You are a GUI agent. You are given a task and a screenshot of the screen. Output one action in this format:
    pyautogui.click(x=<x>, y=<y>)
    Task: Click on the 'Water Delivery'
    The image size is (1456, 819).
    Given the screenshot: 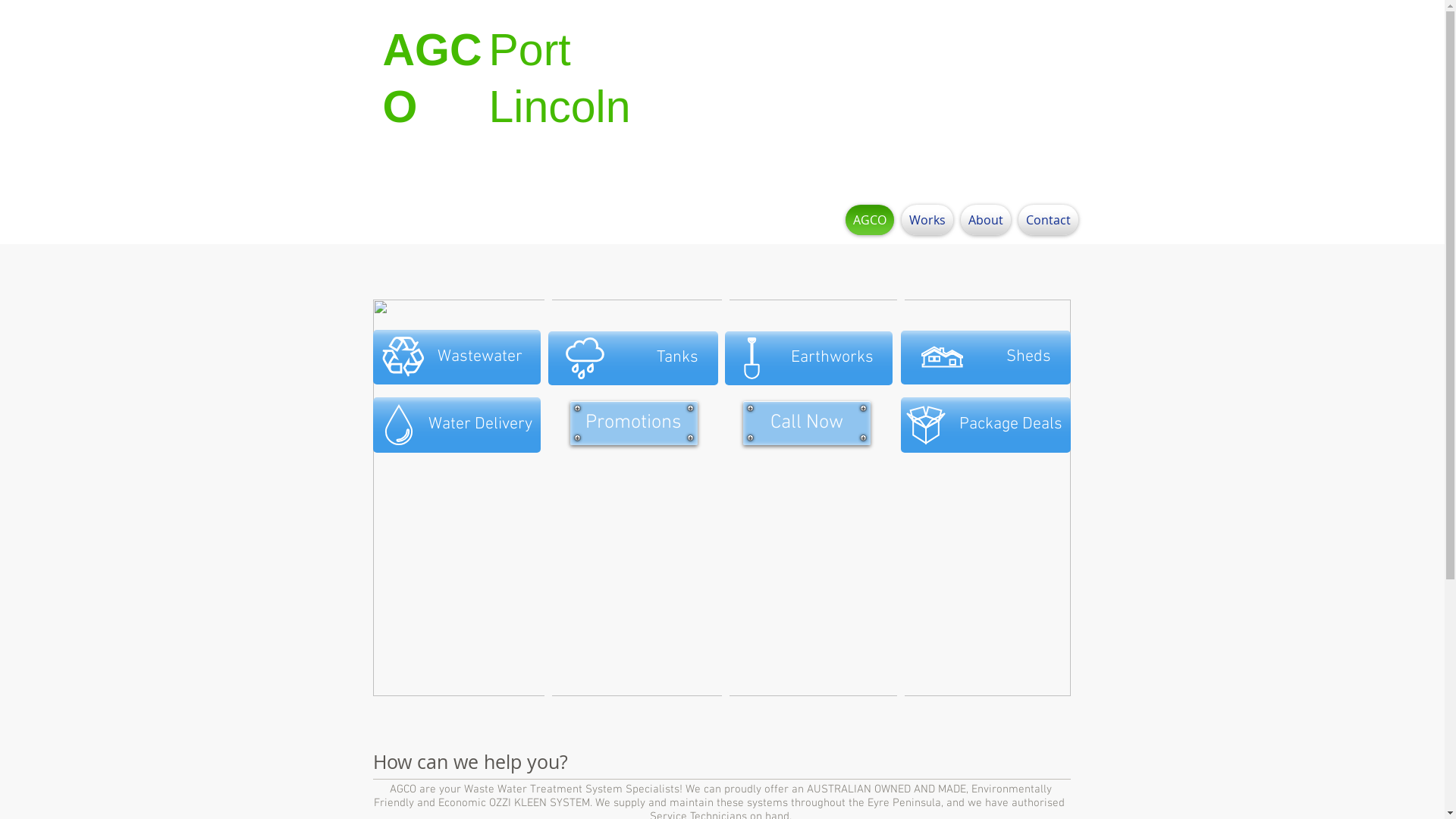 What is the action you would take?
    pyautogui.click(x=456, y=425)
    